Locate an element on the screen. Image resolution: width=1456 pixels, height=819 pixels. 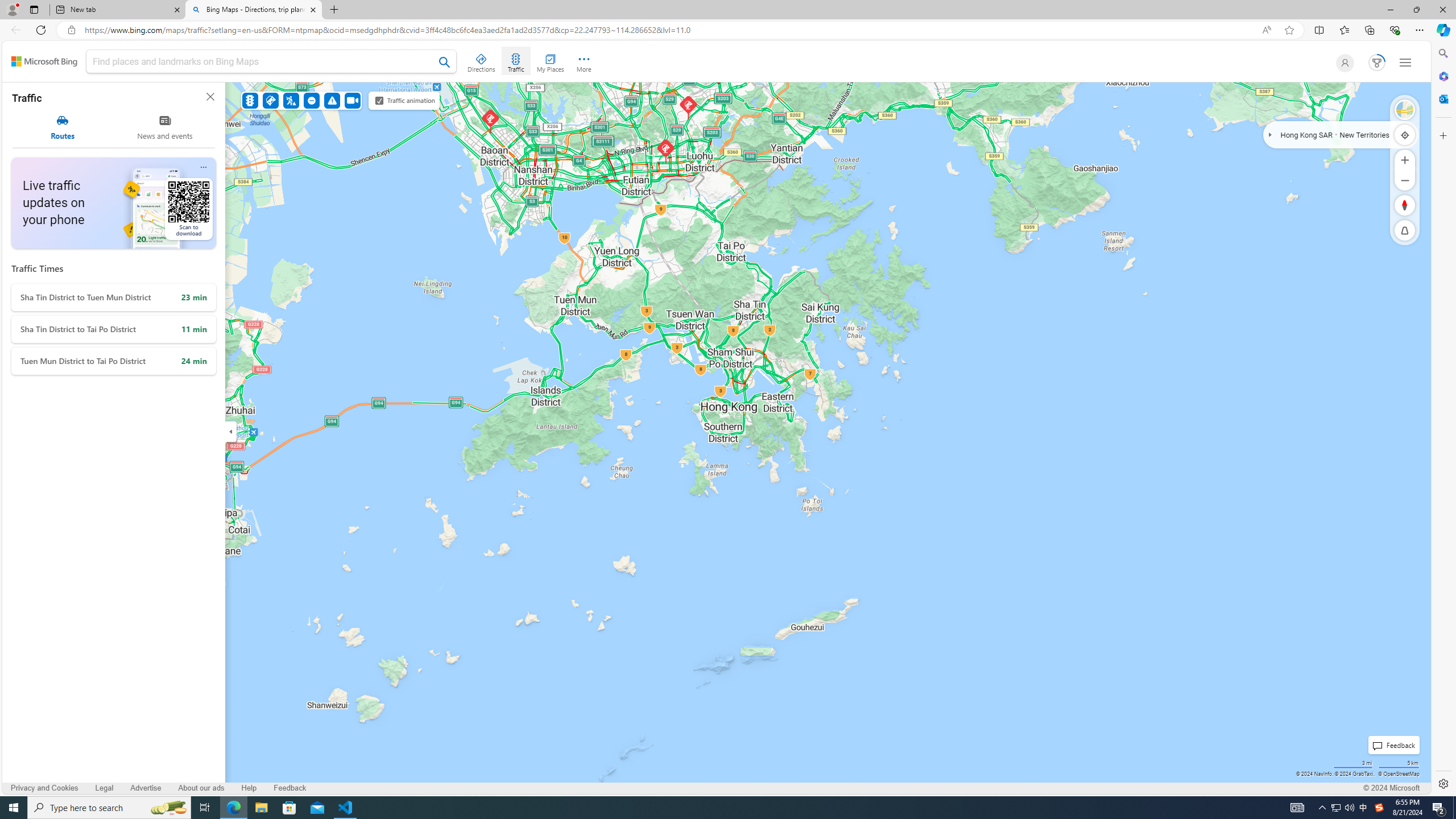
'More' is located at coordinates (584, 61).